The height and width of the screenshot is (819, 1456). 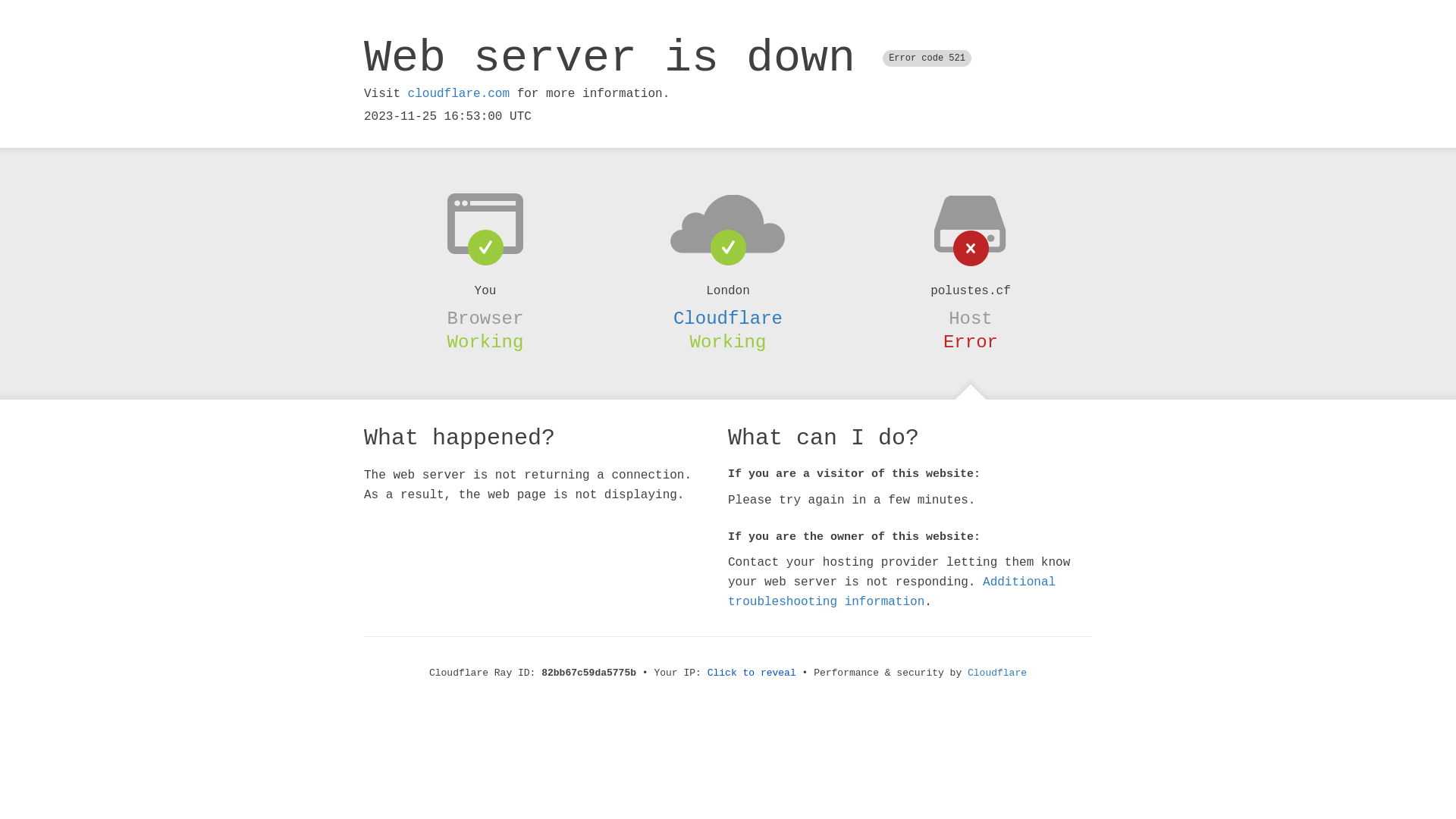 What do you see at coordinates (457, 93) in the screenshot?
I see `'cloudflare.com'` at bounding box center [457, 93].